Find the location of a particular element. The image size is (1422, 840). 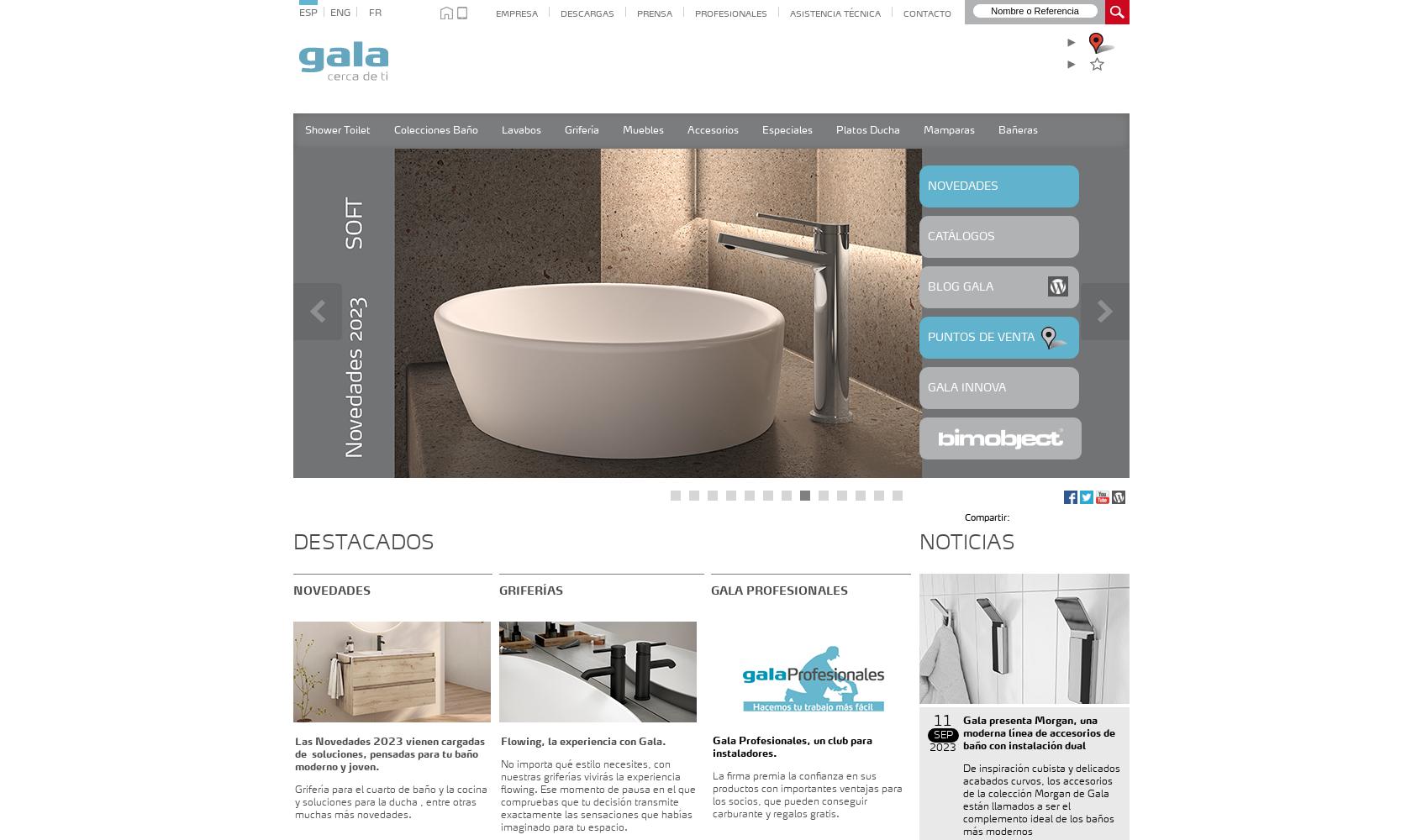

'BLOG GALA' is located at coordinates (958, 286).